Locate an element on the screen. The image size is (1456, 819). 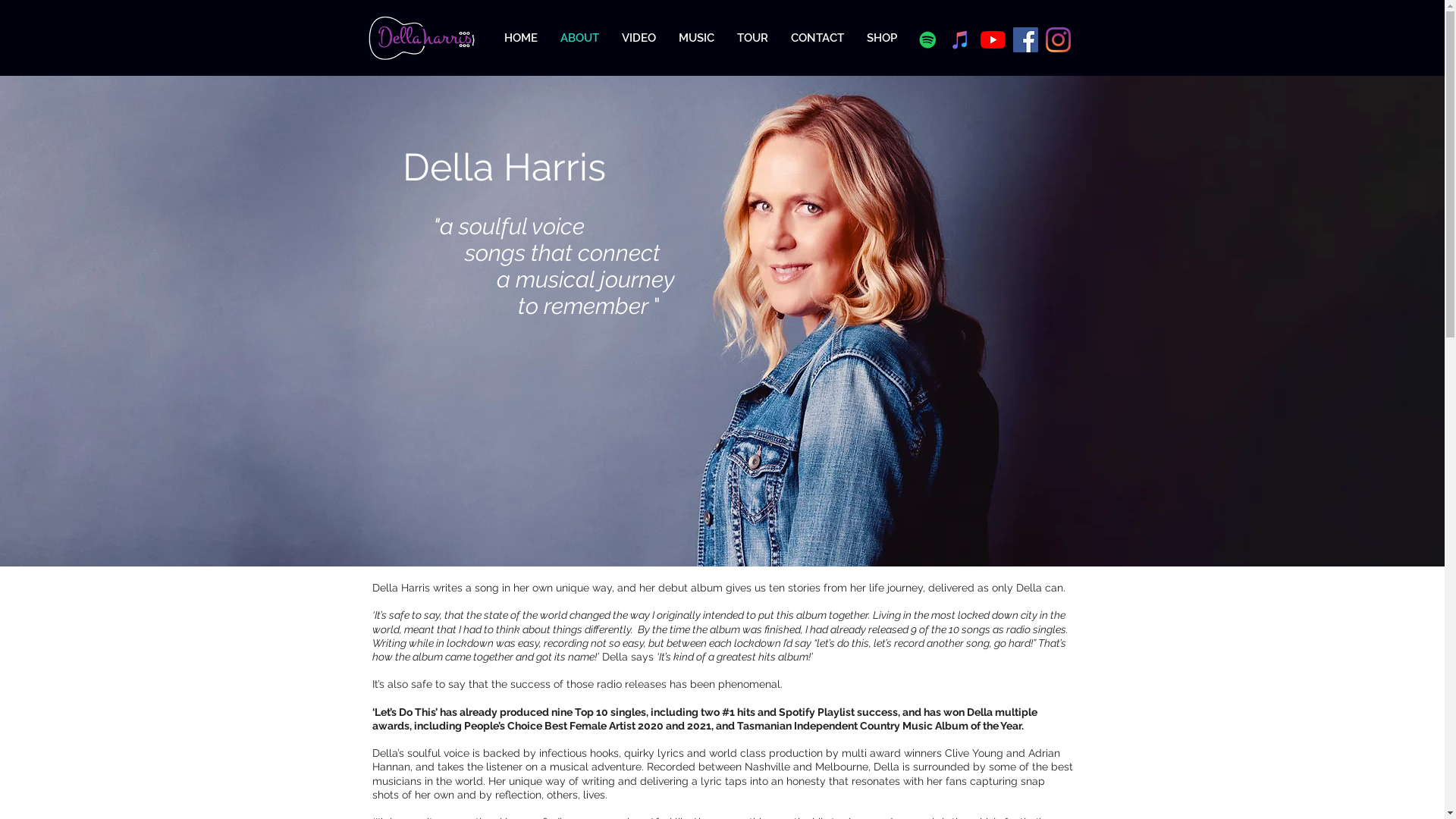
'TOUR' is located at coordinates (752, 37).